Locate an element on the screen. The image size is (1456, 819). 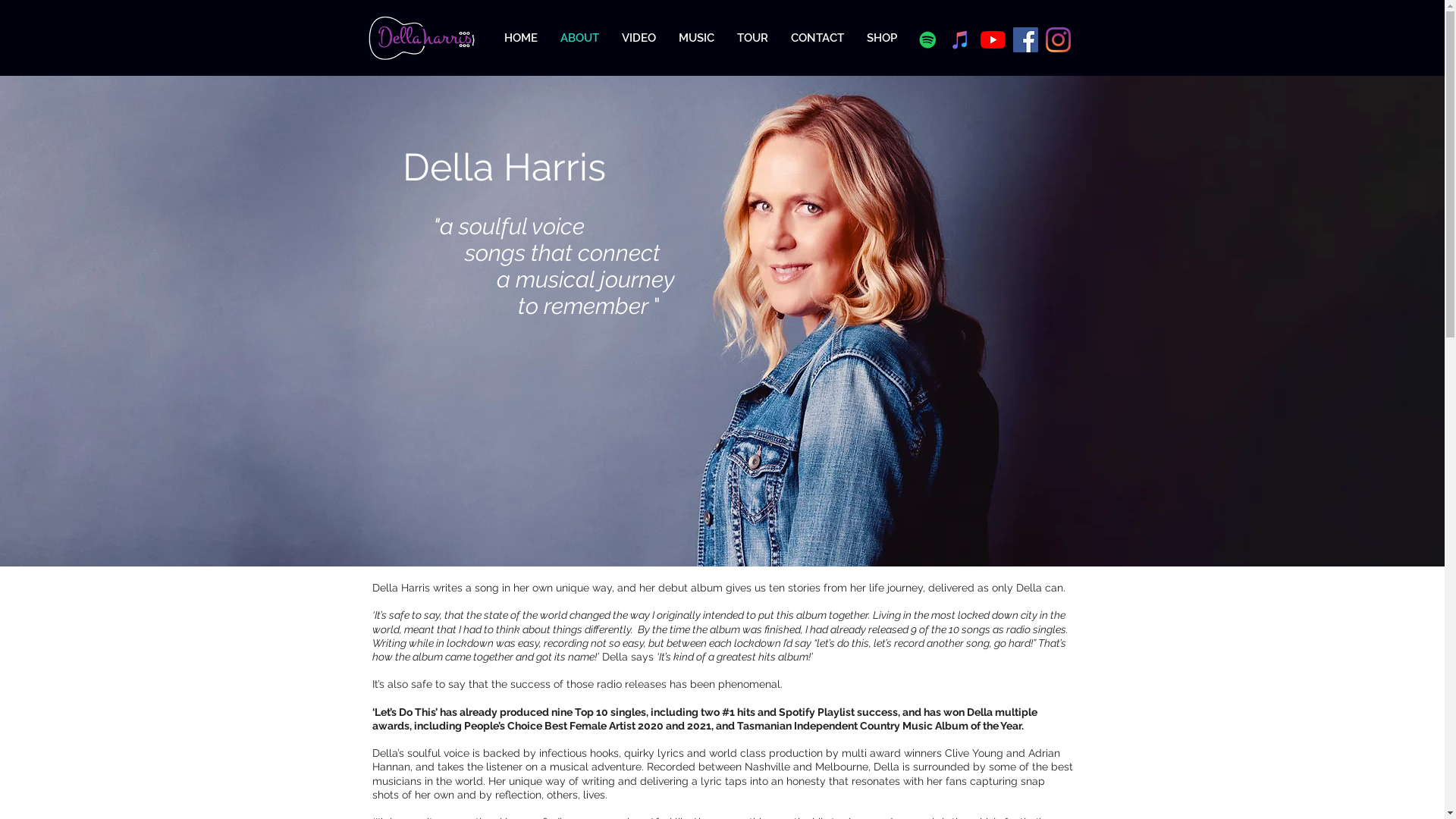
'TOUR' is located at coordinates (752, 37).